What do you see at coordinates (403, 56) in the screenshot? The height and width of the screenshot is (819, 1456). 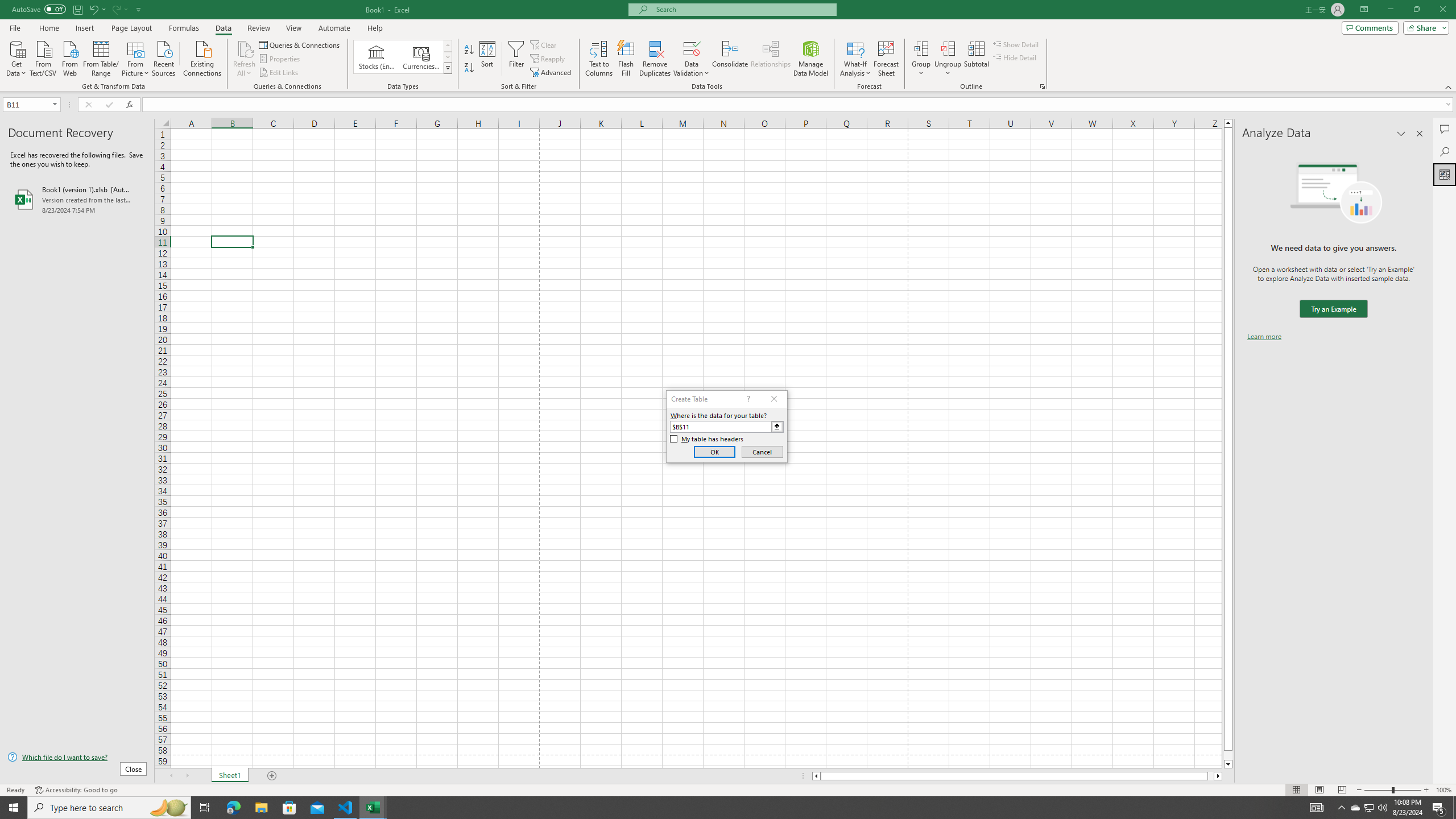 I see `'AutomationID: ConvertToLinkedEntity'` at bounding box center [403, 56].